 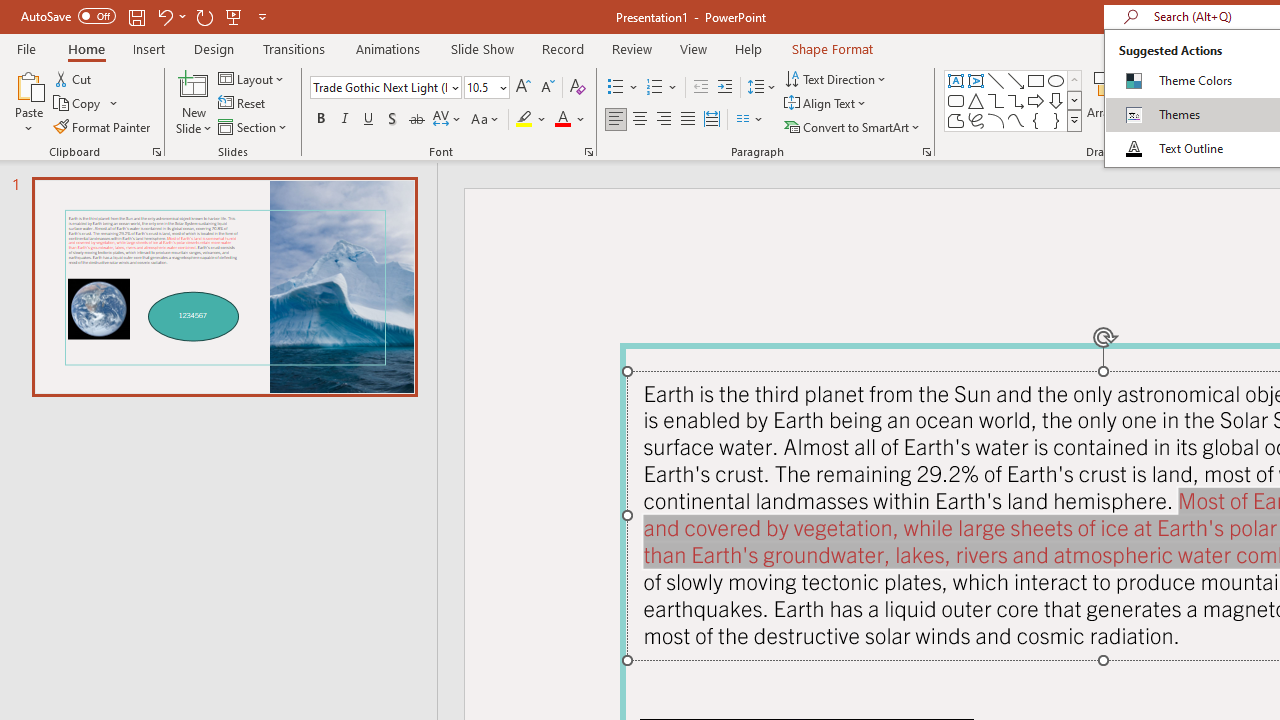 I want to click on 'Shape Fill Aqua, Accent 2', so click(x=1189, y=77).